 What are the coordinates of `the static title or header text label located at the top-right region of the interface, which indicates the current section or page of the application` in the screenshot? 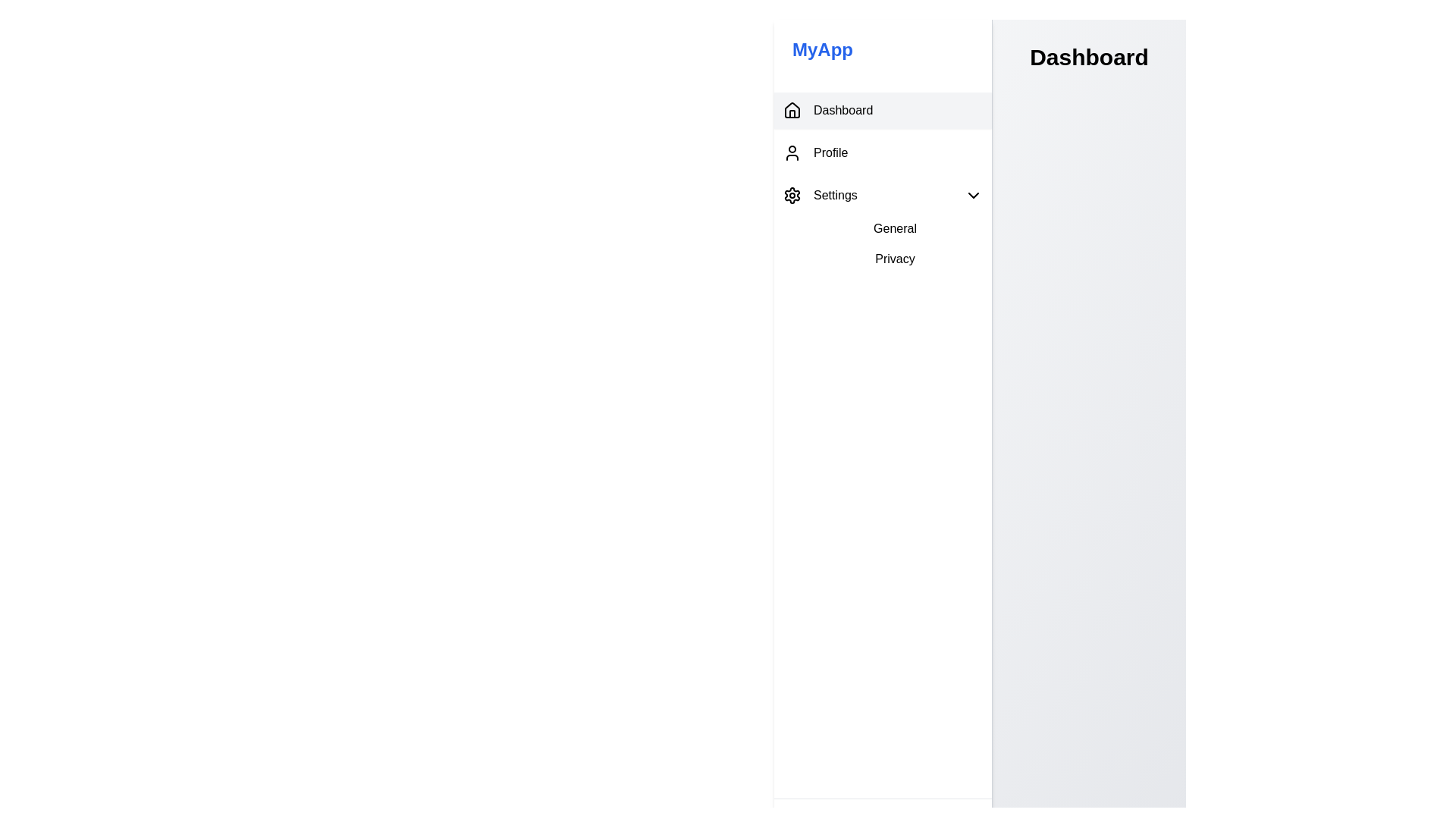 It's located at (1088, 57).